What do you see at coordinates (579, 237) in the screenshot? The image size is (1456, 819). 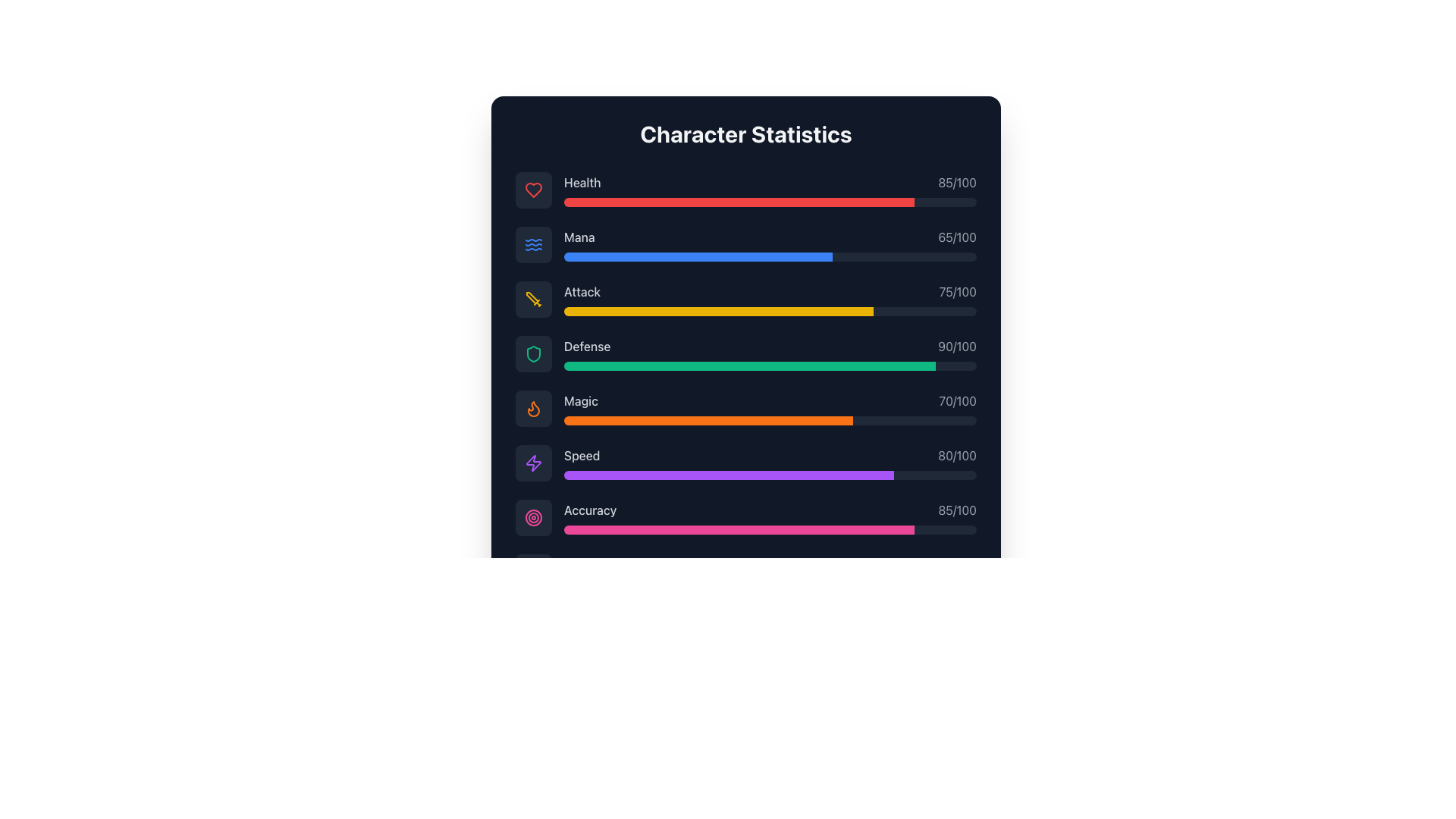 I see `text of the 'Mana' label, which is a medium gray text located next to a blue horizontal bar and to the right of a wave symbol icon` at bounding box center [579, 237].